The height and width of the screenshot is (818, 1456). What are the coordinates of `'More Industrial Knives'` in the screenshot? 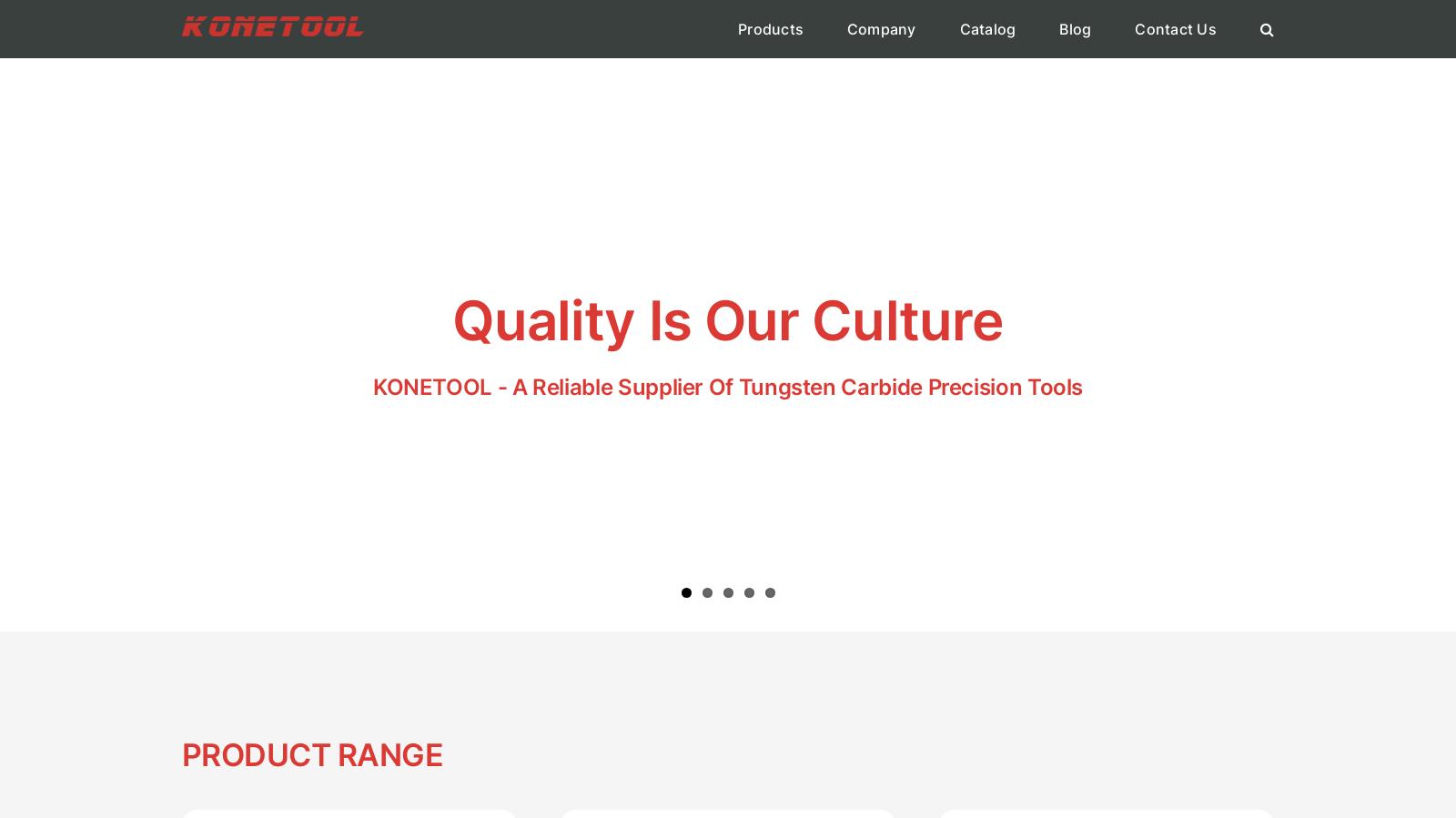 It's located at (564, 291).